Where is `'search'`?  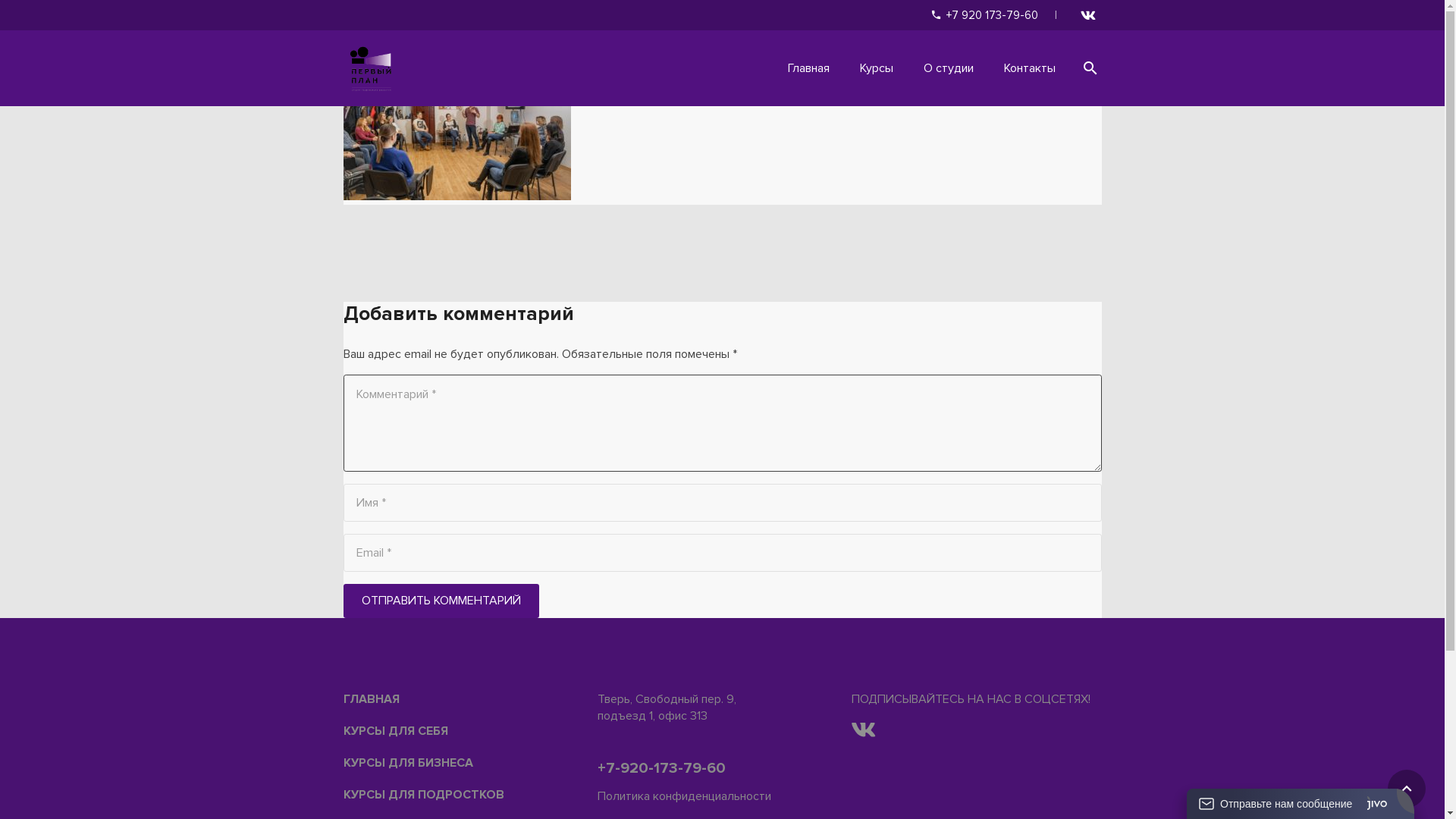 'search' is located at coordinates (1069, 68).